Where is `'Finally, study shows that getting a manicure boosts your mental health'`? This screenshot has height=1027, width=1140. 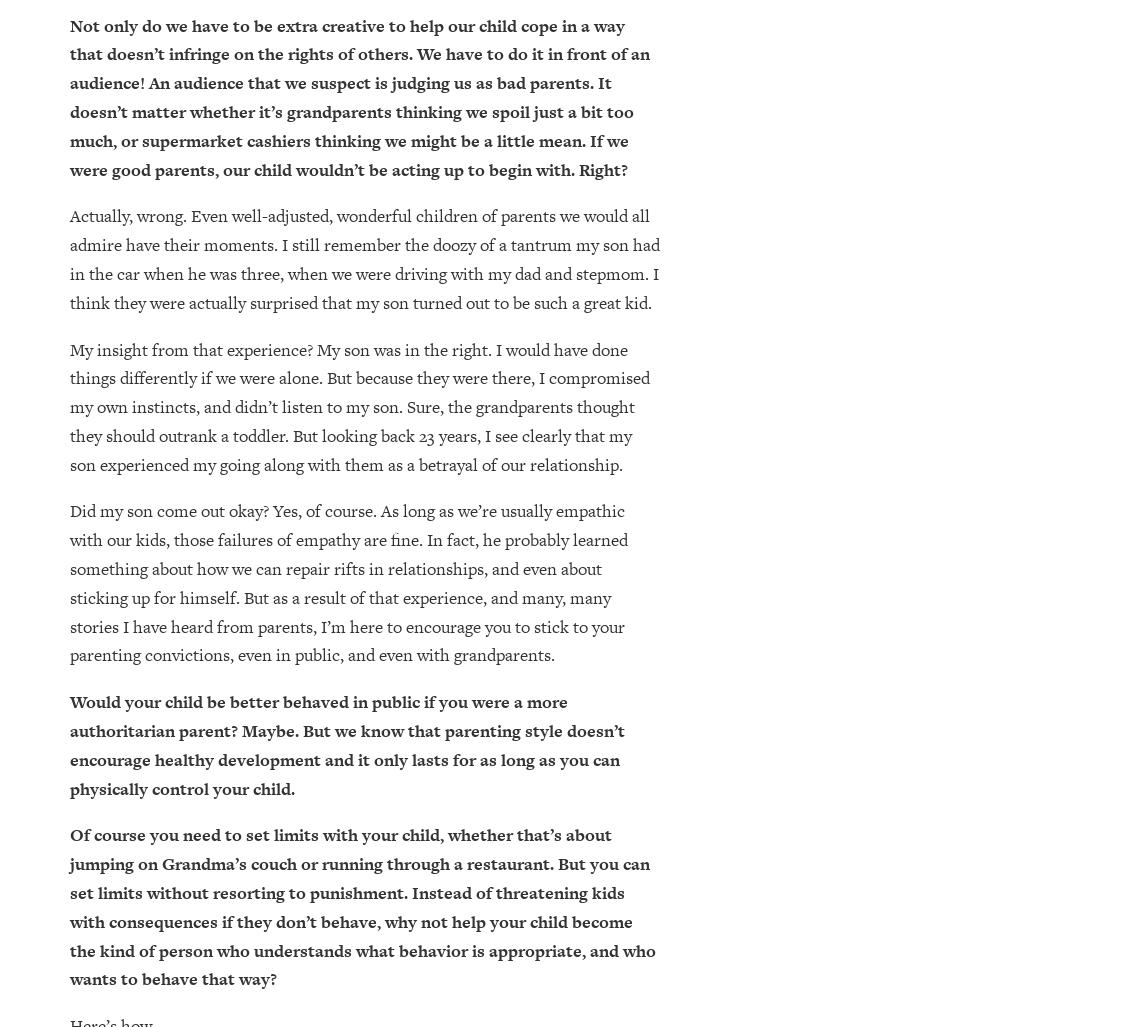
'Finally, study shows that getting a manicure boosts your mental health' is located at coordinates (830, 141).